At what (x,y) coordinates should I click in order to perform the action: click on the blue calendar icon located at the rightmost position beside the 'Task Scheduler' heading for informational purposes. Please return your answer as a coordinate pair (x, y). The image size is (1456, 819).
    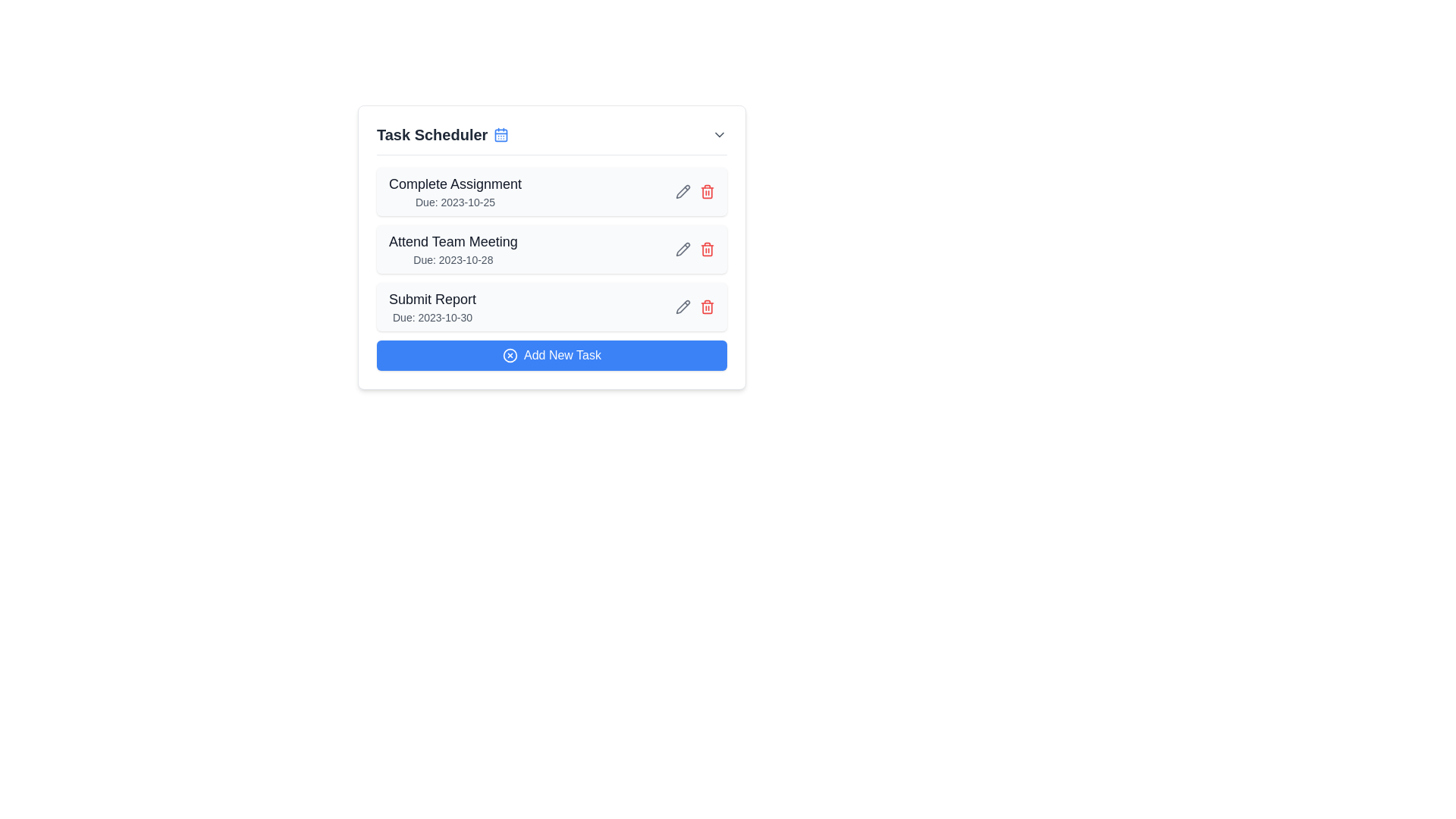
    Looking at the image, I should click on (501, 133).